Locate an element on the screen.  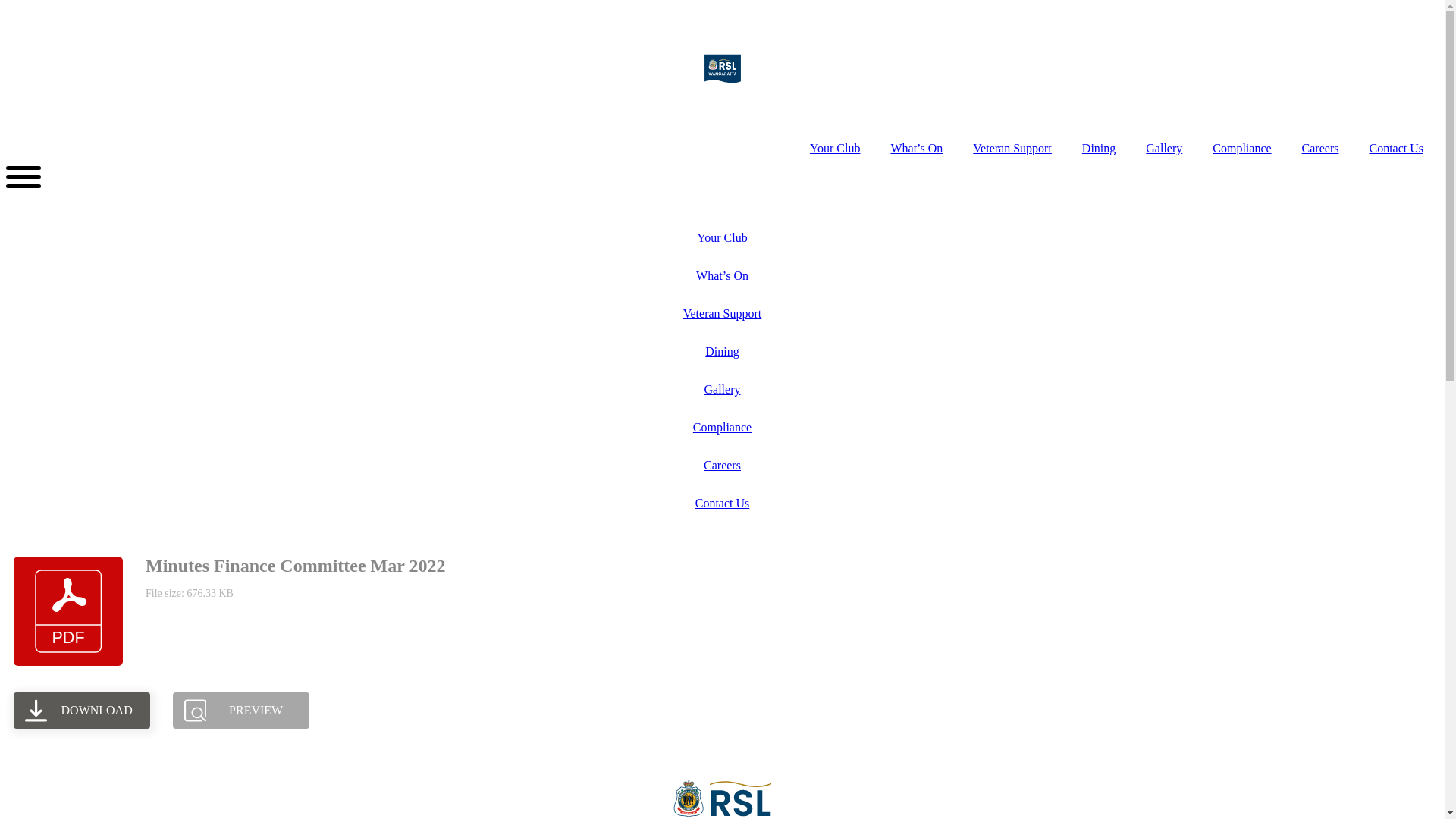
'DOWNLOAD' is located at coordinates (80, 711).